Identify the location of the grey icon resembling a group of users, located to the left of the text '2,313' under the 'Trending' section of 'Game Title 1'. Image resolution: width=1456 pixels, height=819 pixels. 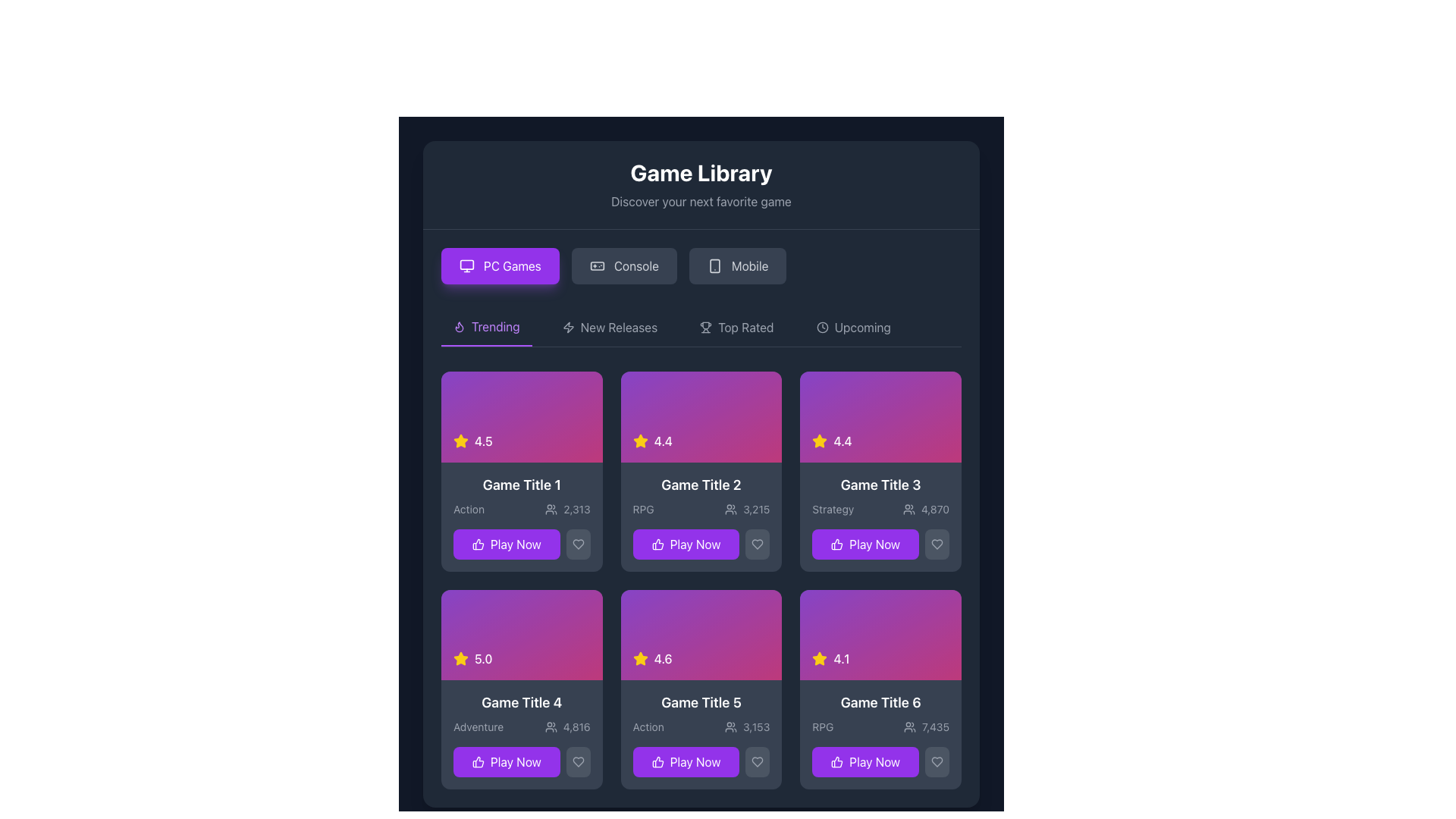
(551, 509).